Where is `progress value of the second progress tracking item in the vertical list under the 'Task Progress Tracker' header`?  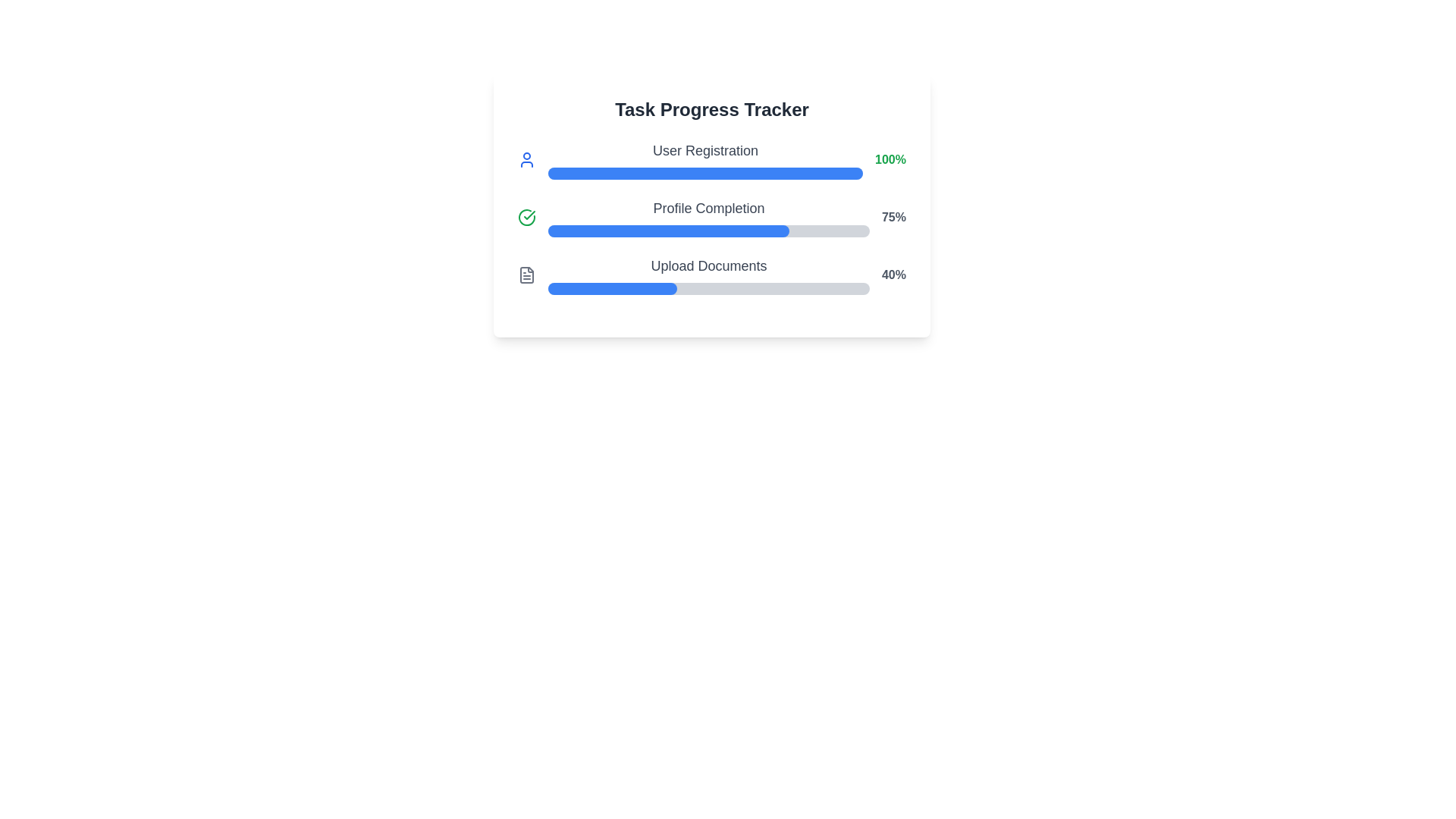 progress value of the second progress tracking item in the vertical list under the 'Task Progress Tracker' header is located at coordinates (711, 217).